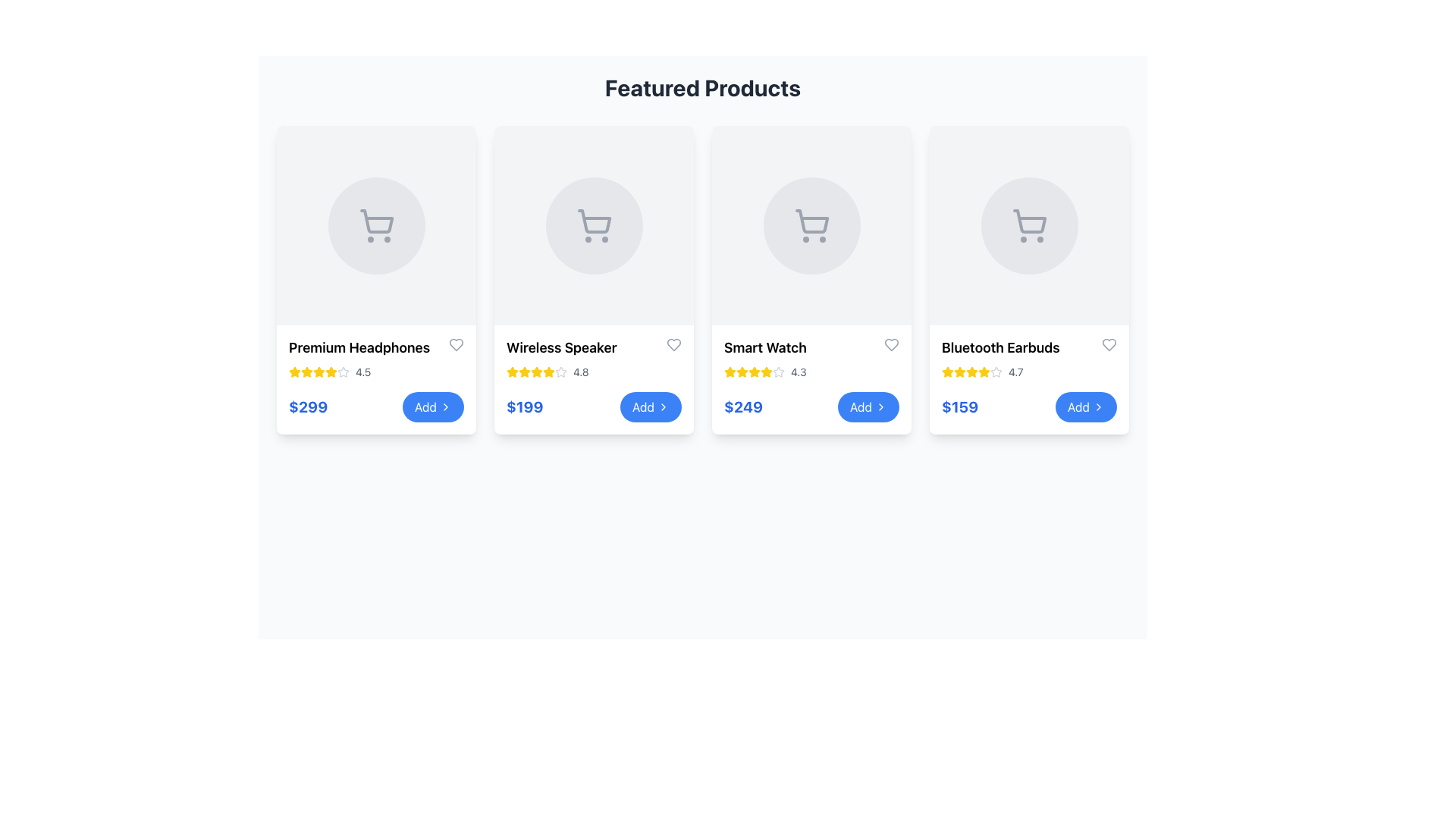 This screenshot has height=819, width=1456. Describe the element at coordinates (811, 225) in the screenshot. I see `the shopping cart icon located in the center of the circular area of the 'Smart Watch' product card, which is the third card from the left in the featured products section` at that location.